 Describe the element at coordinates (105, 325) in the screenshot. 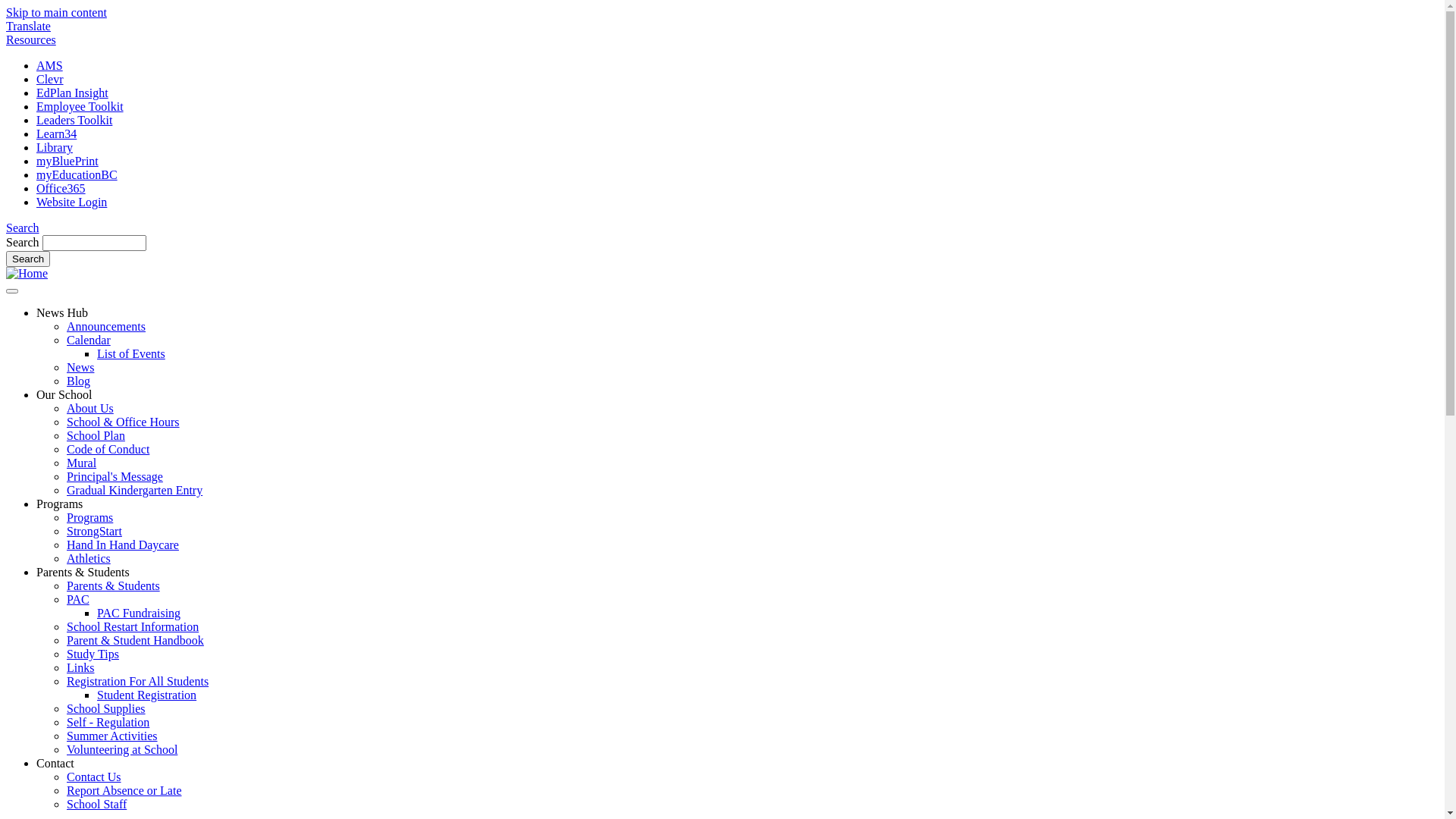

I see `'Announcements'` at that location.